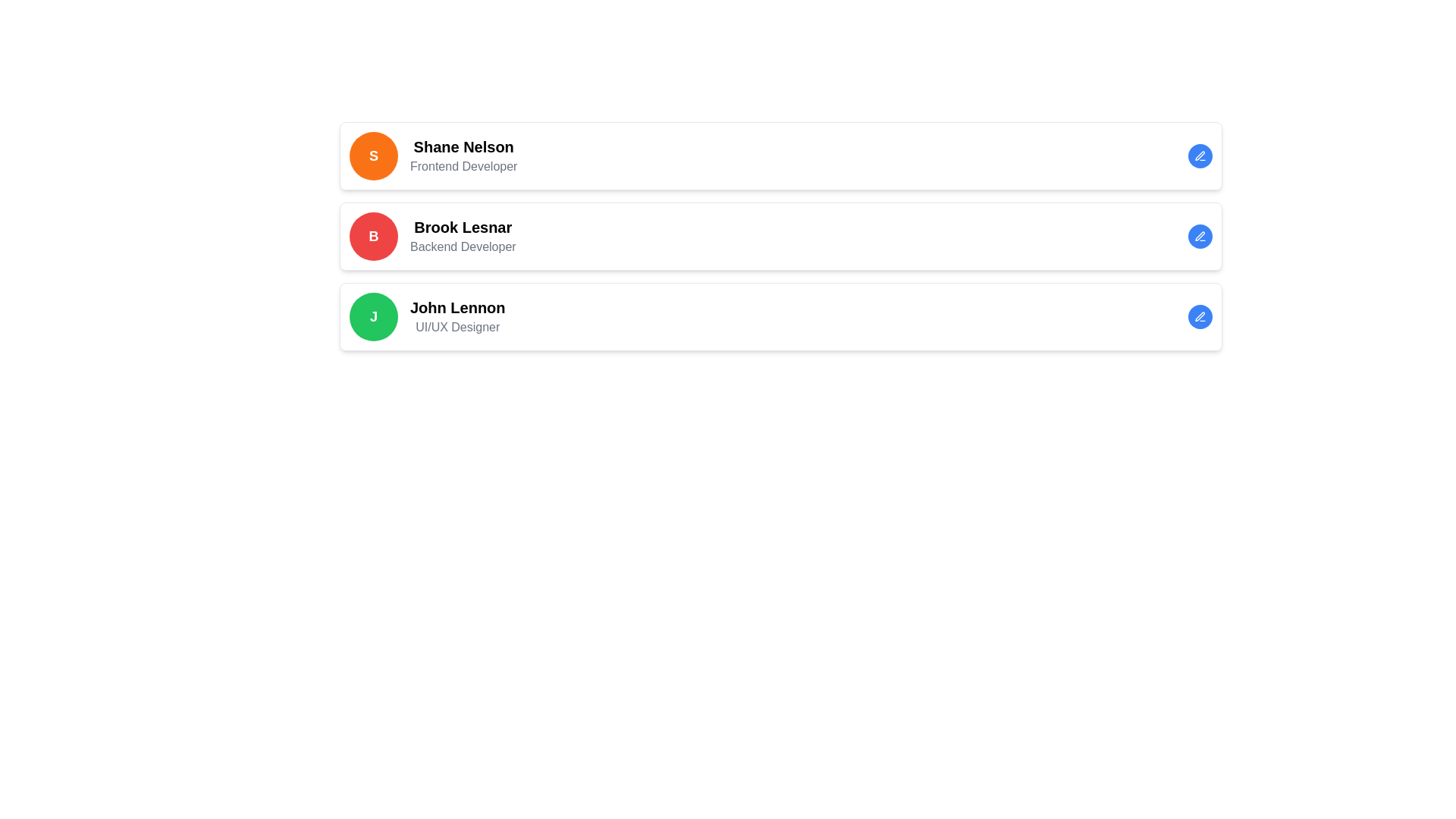 The width and height of the screenshot is (1456, 819). What do you see at coordinates (462, 246) in the screenshot?
I see `the static text label 'Backend Developer' which is positioned below the name 'Brook Lesnar' in the second card of the vertical list` at bounding box center [462, 246].